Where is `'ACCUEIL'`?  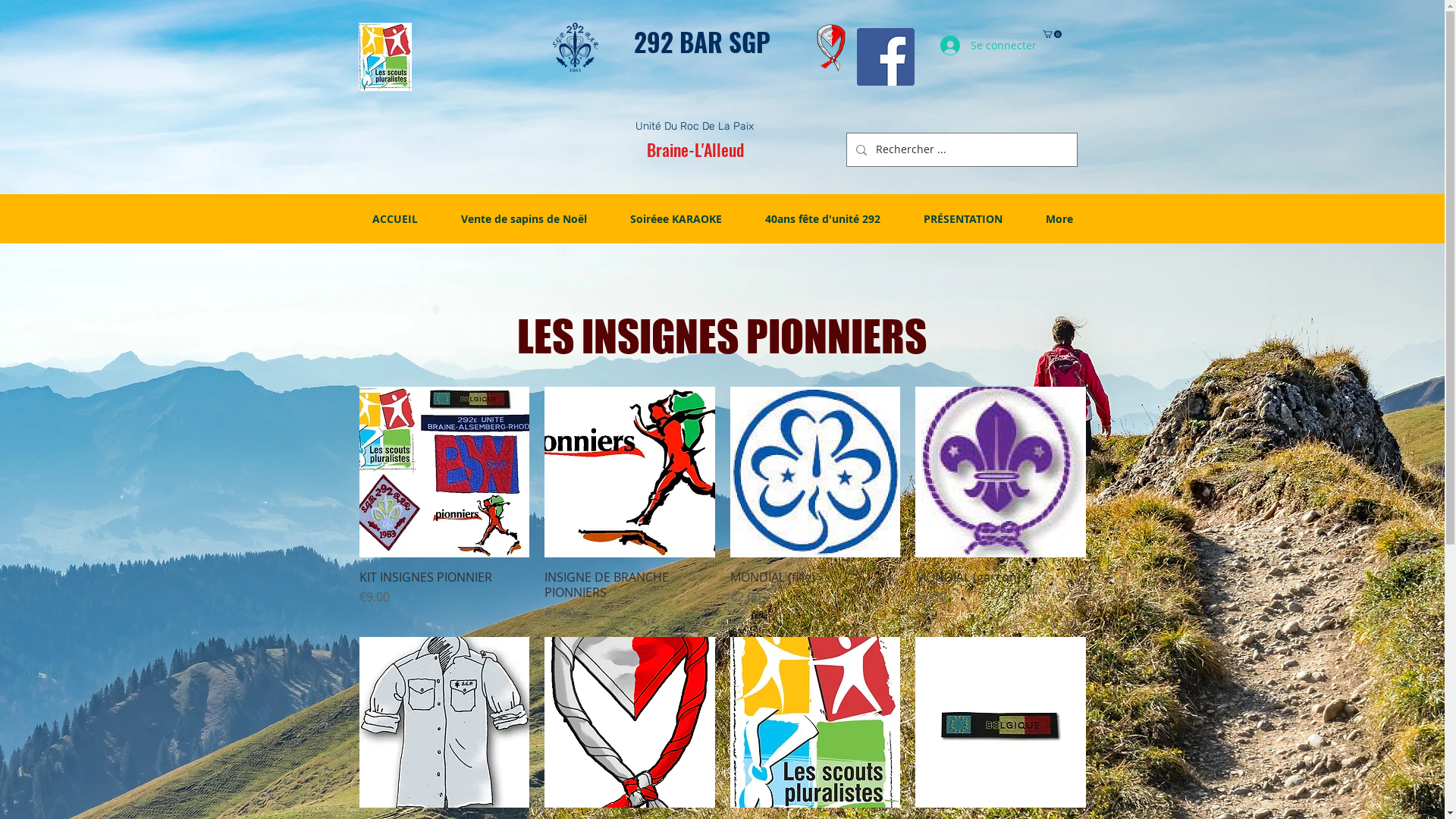
'ACCUEIL' is located at coordinates (394, 219).